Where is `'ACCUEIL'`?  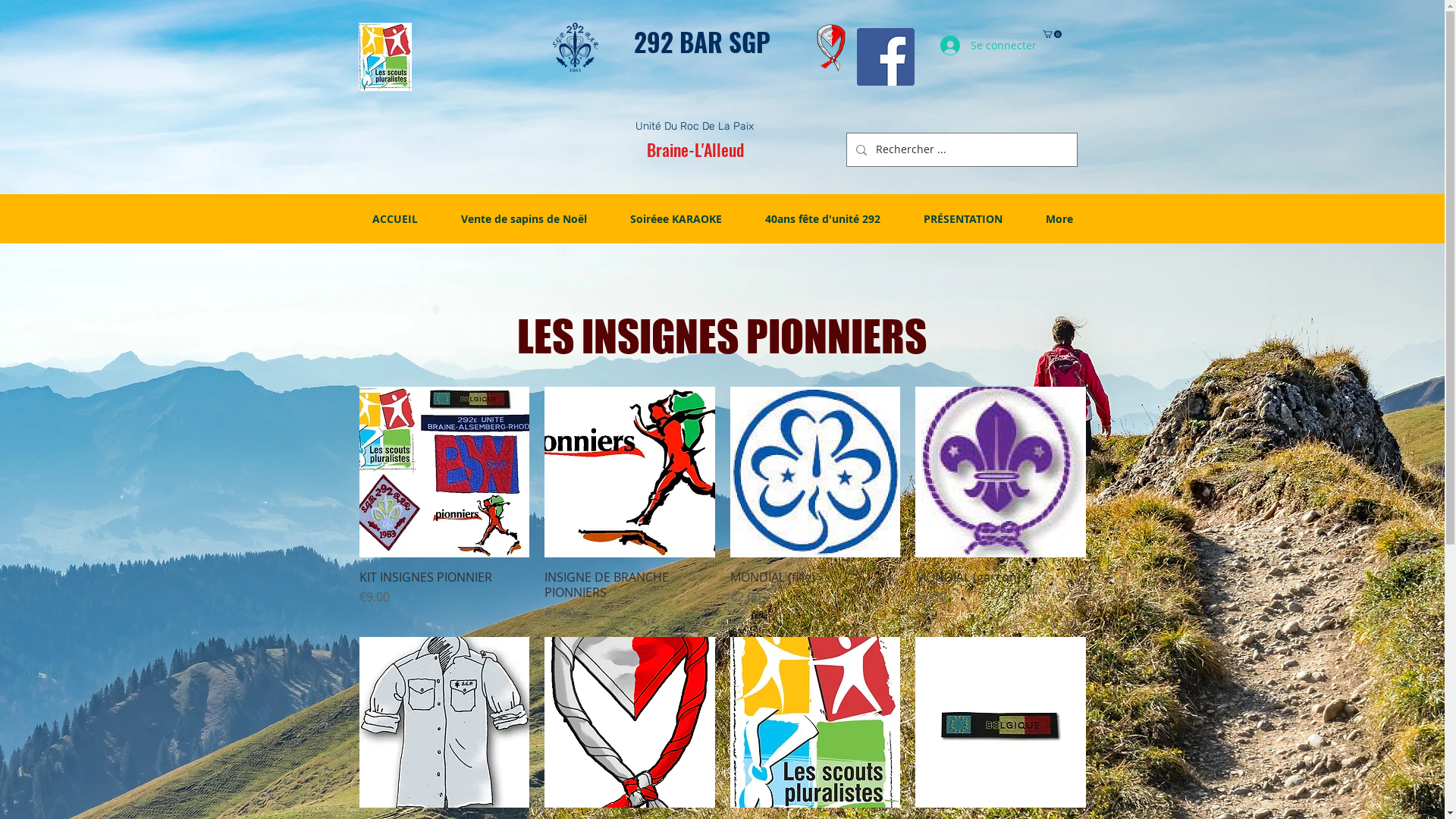
'ACCUEIL' is located at coordinates (394, 219).